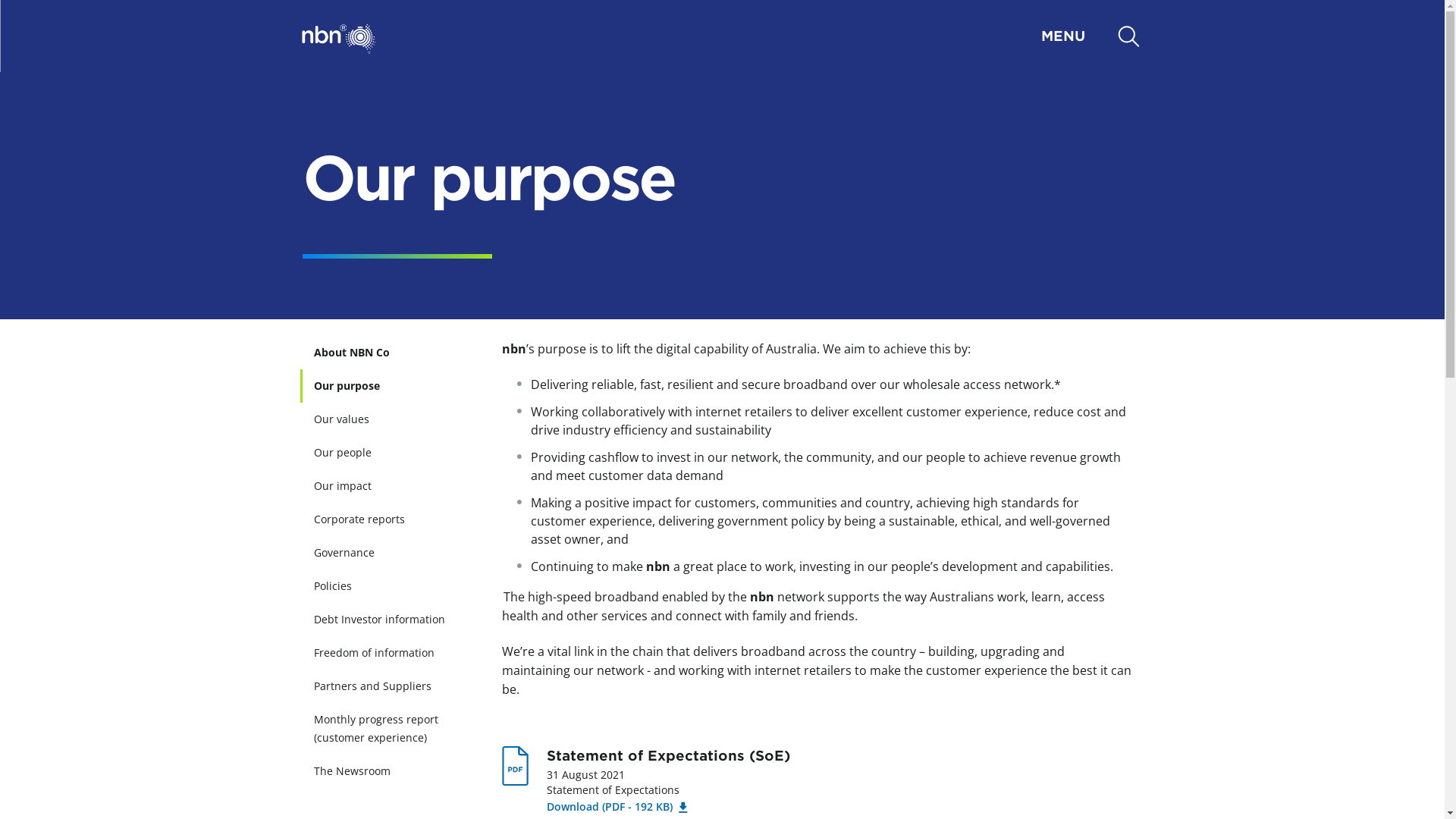 The height and width of the screenshot is (819, 1456). I want to click on 'About NBN Co', so click(388, 353).